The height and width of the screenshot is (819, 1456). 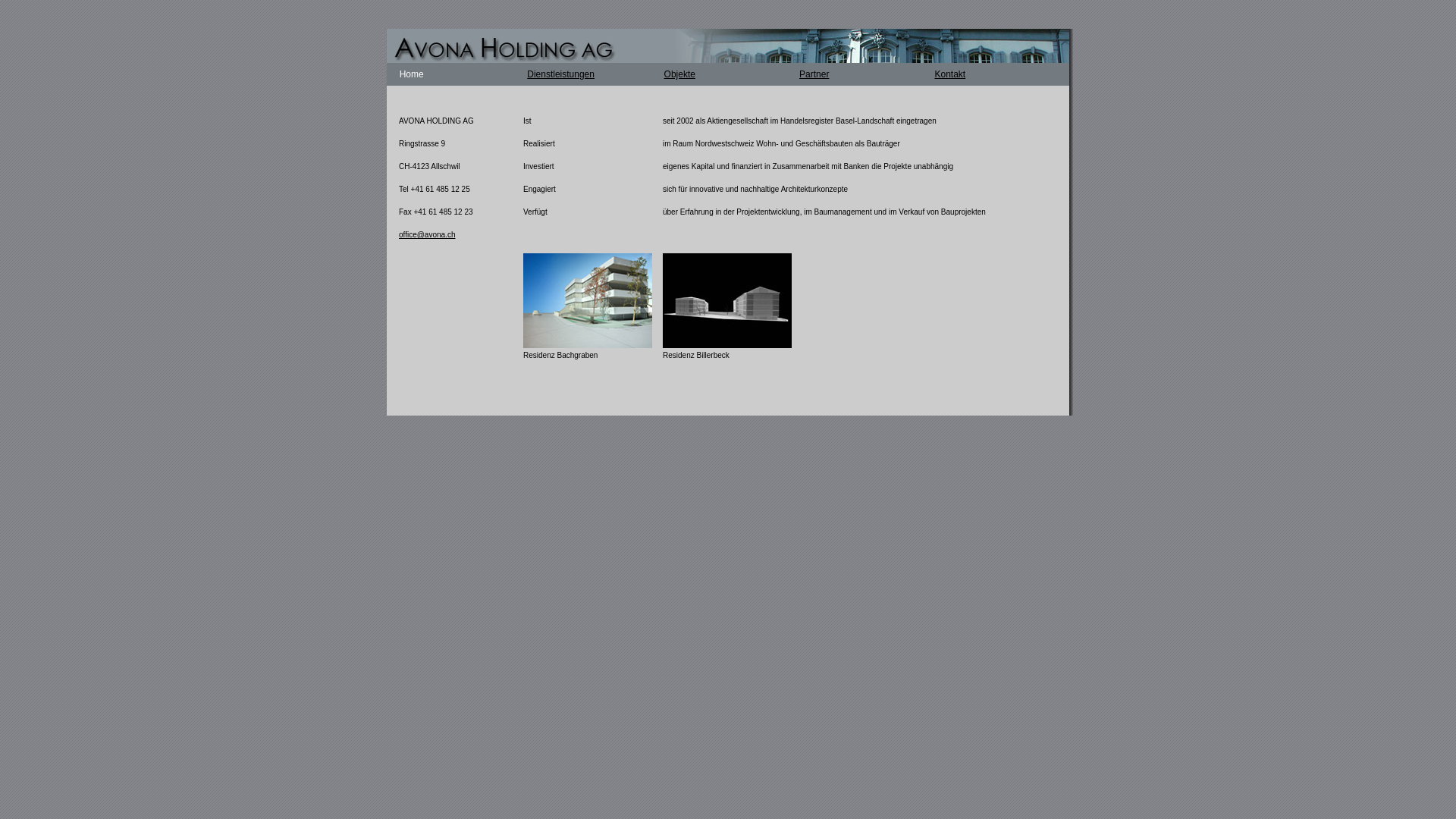 I want to click on 'Kontakt', so click(x=949, y=74).